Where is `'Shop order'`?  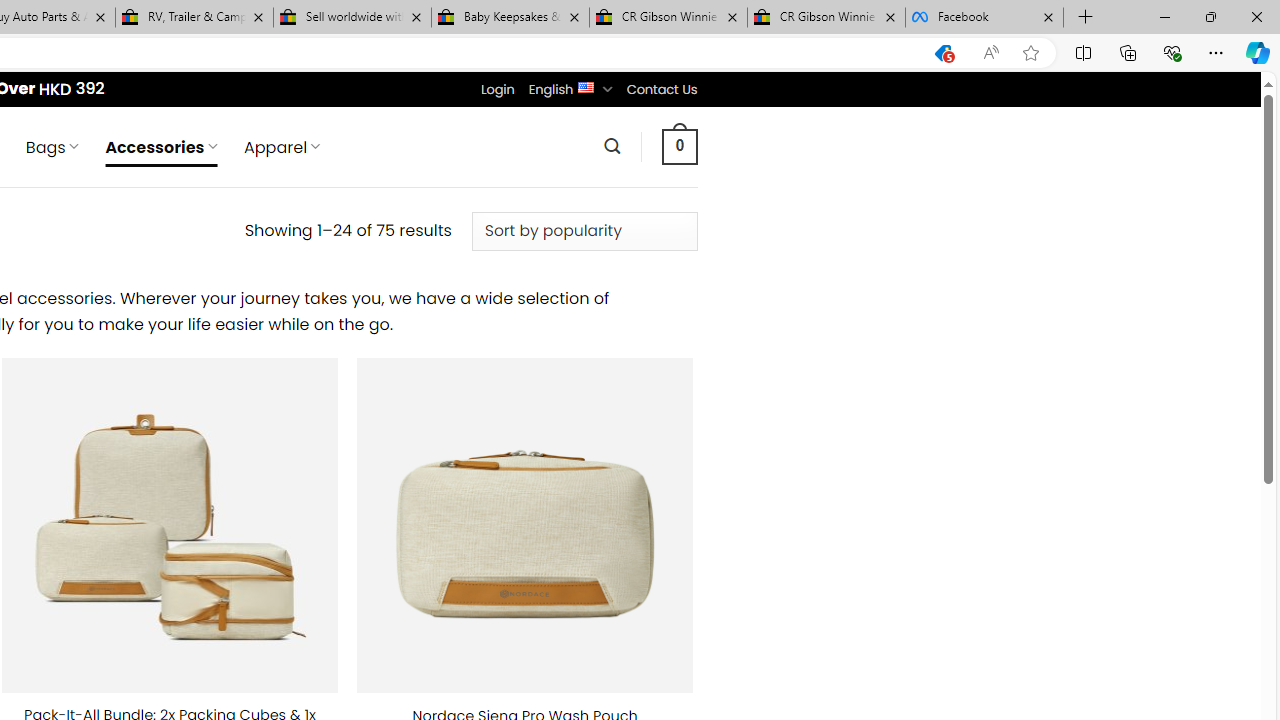
'Shop order' is located at coordinates (583, 230).